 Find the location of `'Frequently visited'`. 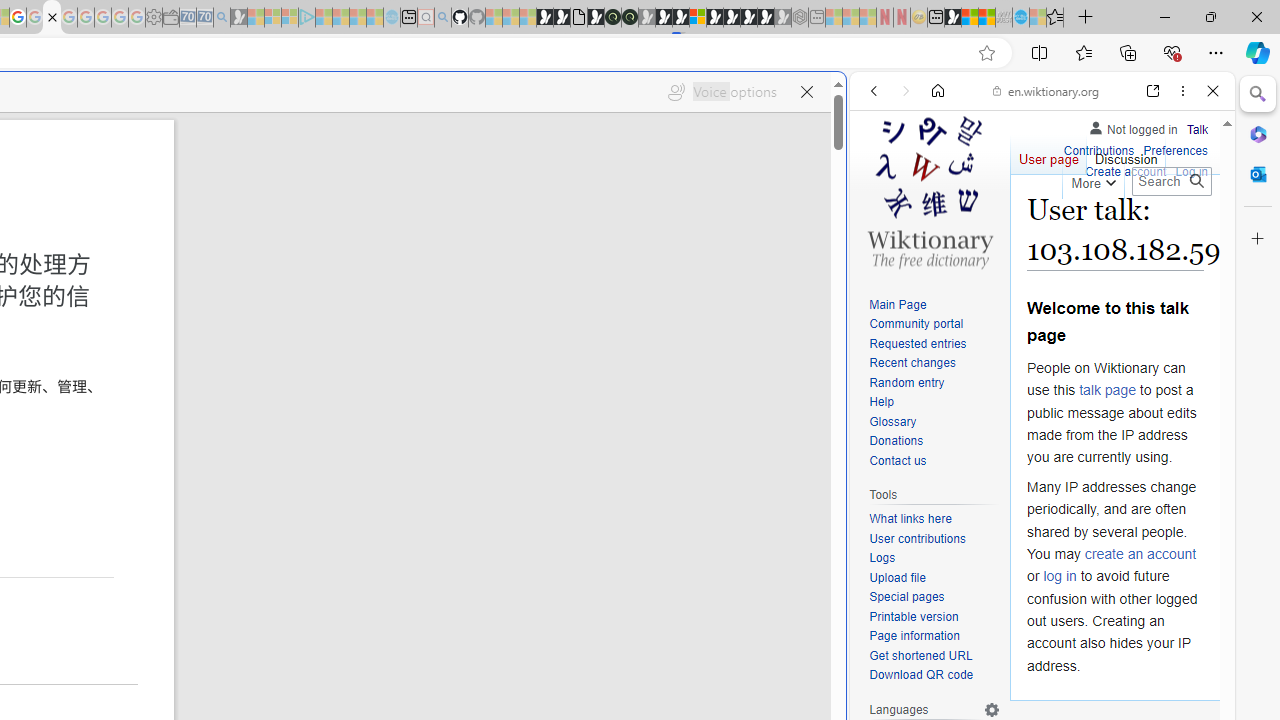

'Frequently visited' is located at coordinates (417, 265).